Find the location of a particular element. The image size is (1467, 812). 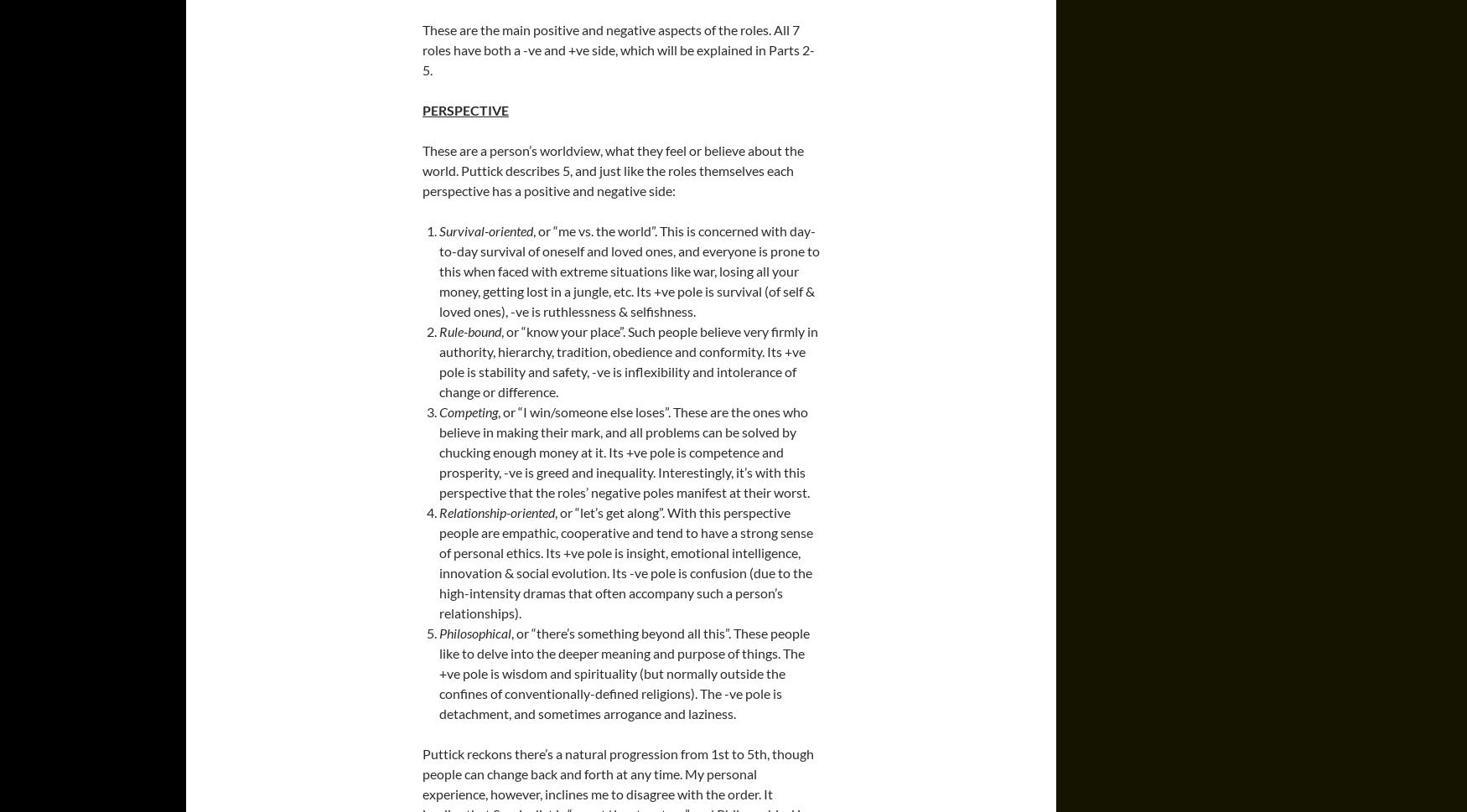

', or “know your place”. Such people believe very firmly in authority, hierarchy, tradition, obedience and conformity. Its +ve pole is stability and safety, -ve is inflexibility and intolerance of change or difference.' is located at coordinates (629, 360).